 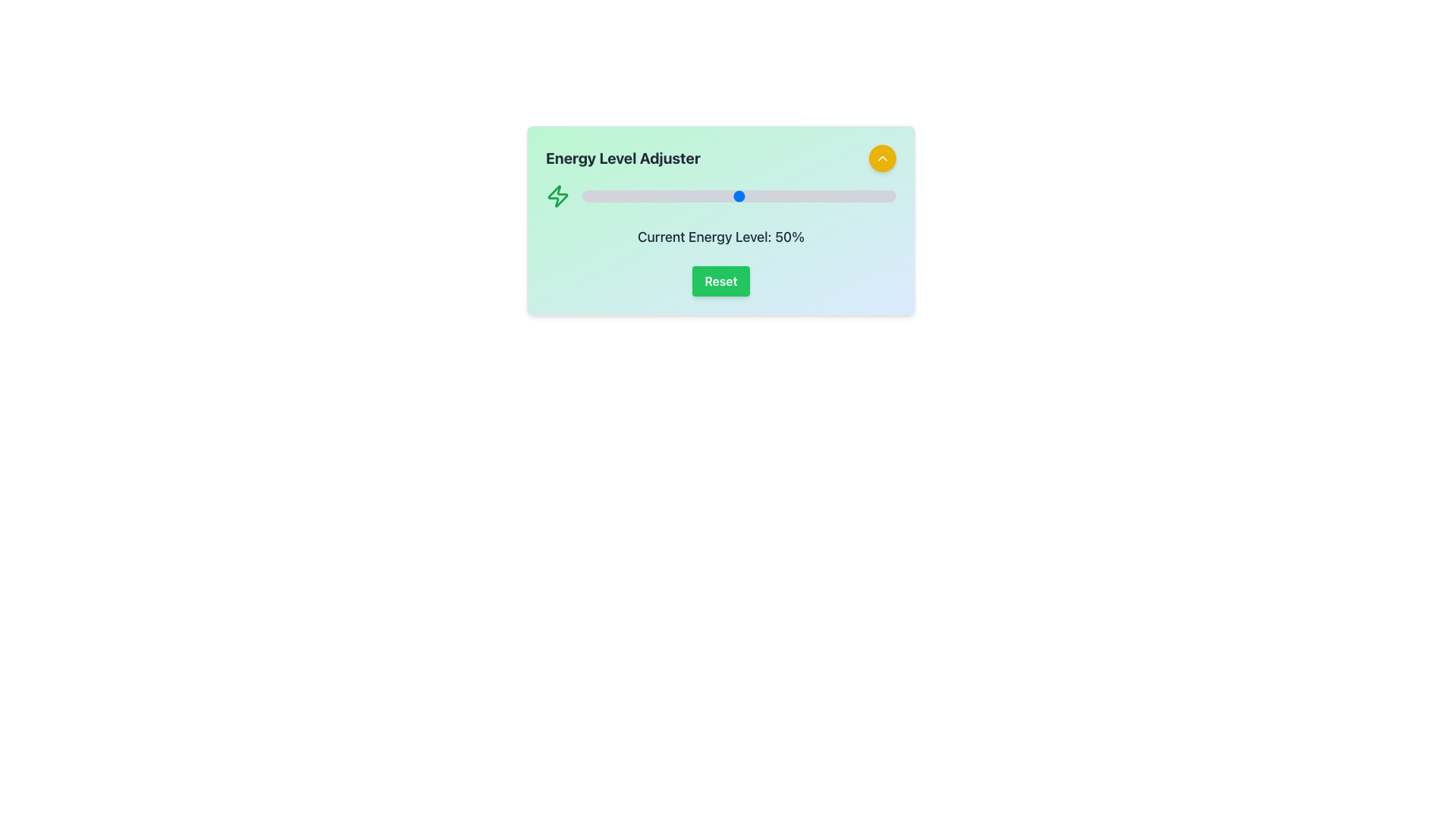 I want to click on the green 'Reset' button with rounded corners that is centrally positioned beneath the 'Current Energy Level: 50%' text, so click(x=720, y=281).